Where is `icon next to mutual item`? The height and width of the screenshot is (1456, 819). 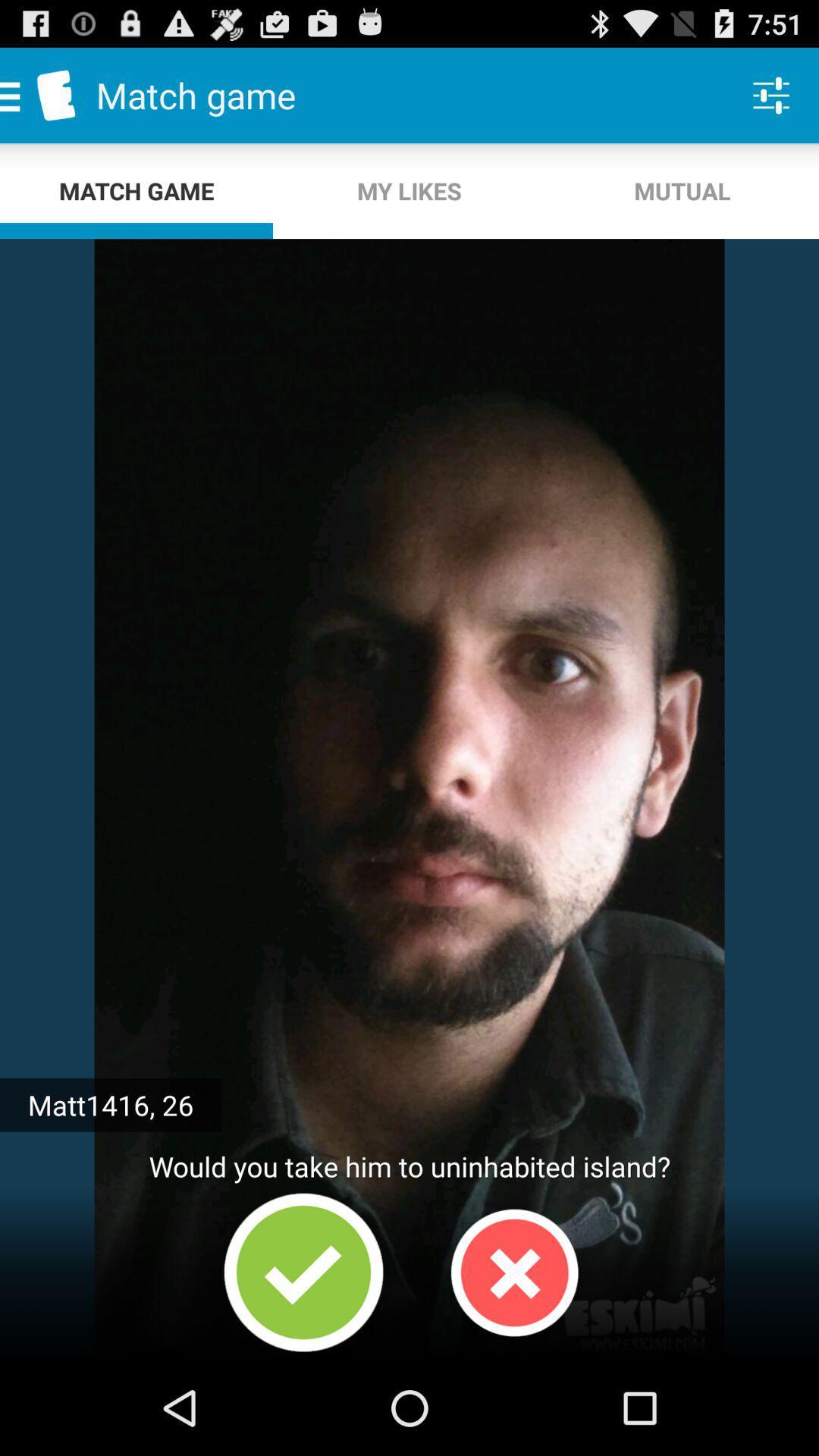 icon next to mutual item is located at coordinates (409, 190).